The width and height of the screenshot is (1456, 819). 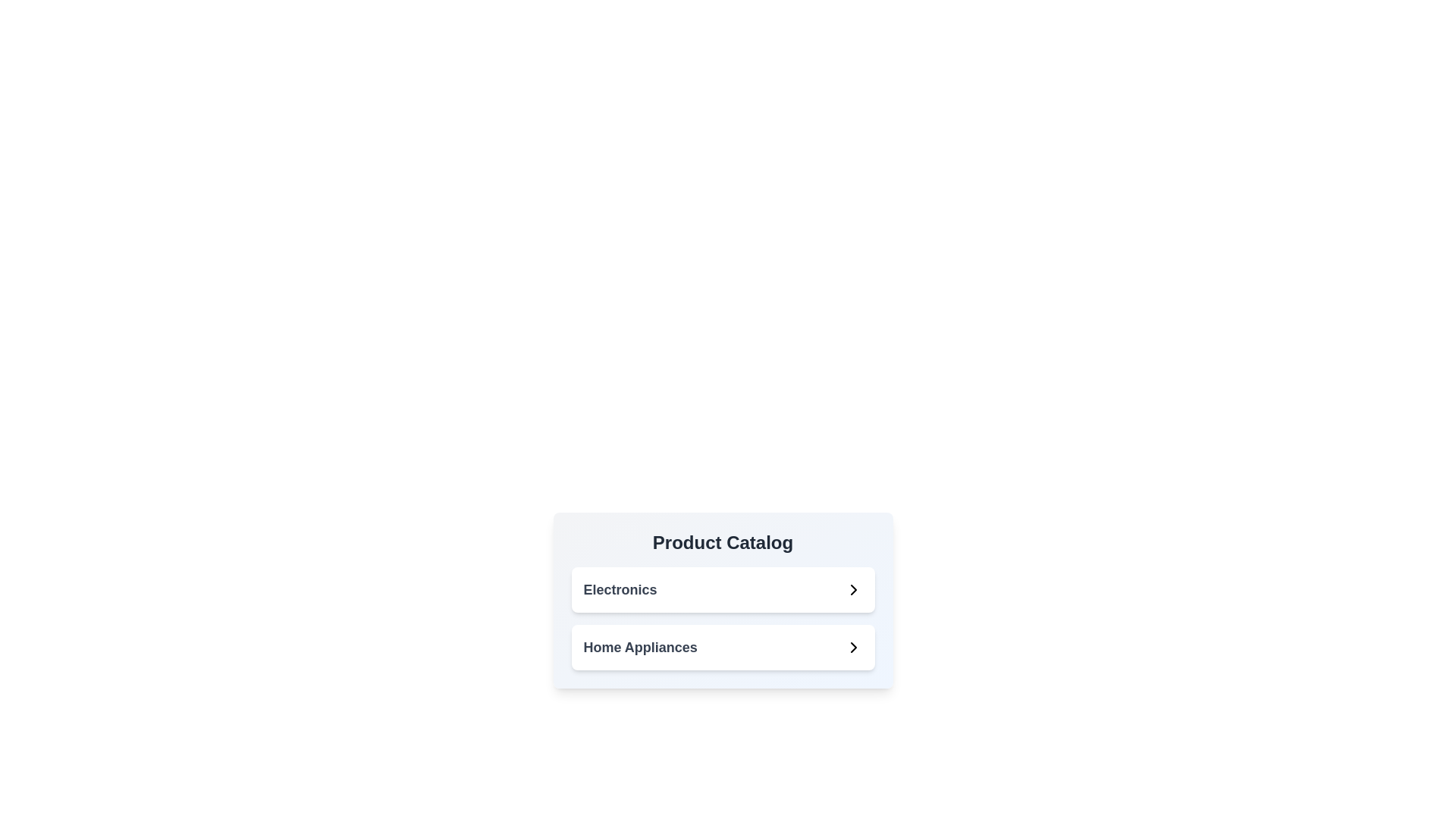 What do you see at coordinates (722, 589) in the screenshot?
I see `the 'Electronics' selectable card, which is the first item in a vertical stack of options` at bounding box center [722, 589].